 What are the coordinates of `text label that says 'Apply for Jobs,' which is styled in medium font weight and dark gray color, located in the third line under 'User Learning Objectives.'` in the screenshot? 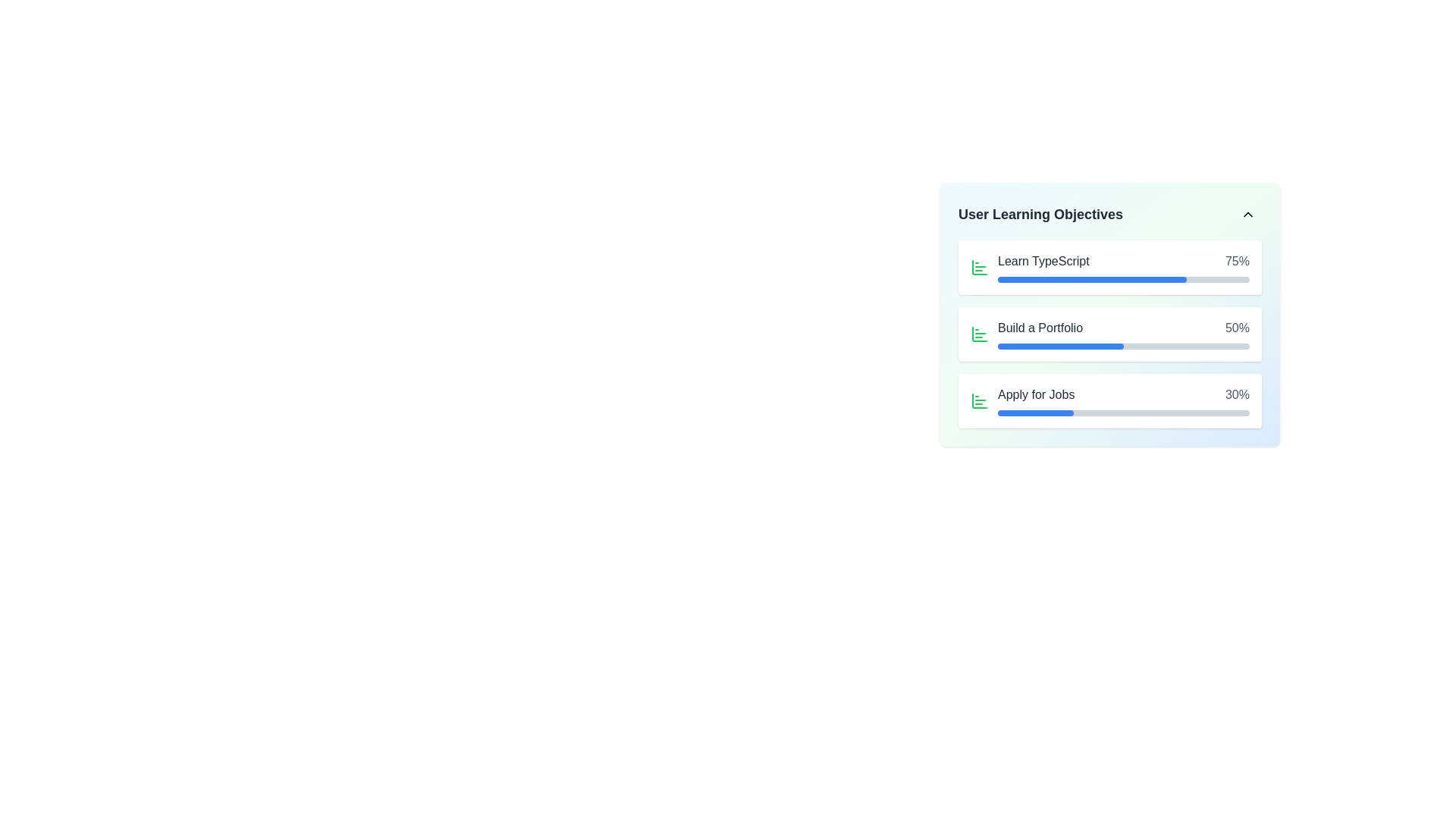 It's located at (1035, 394).